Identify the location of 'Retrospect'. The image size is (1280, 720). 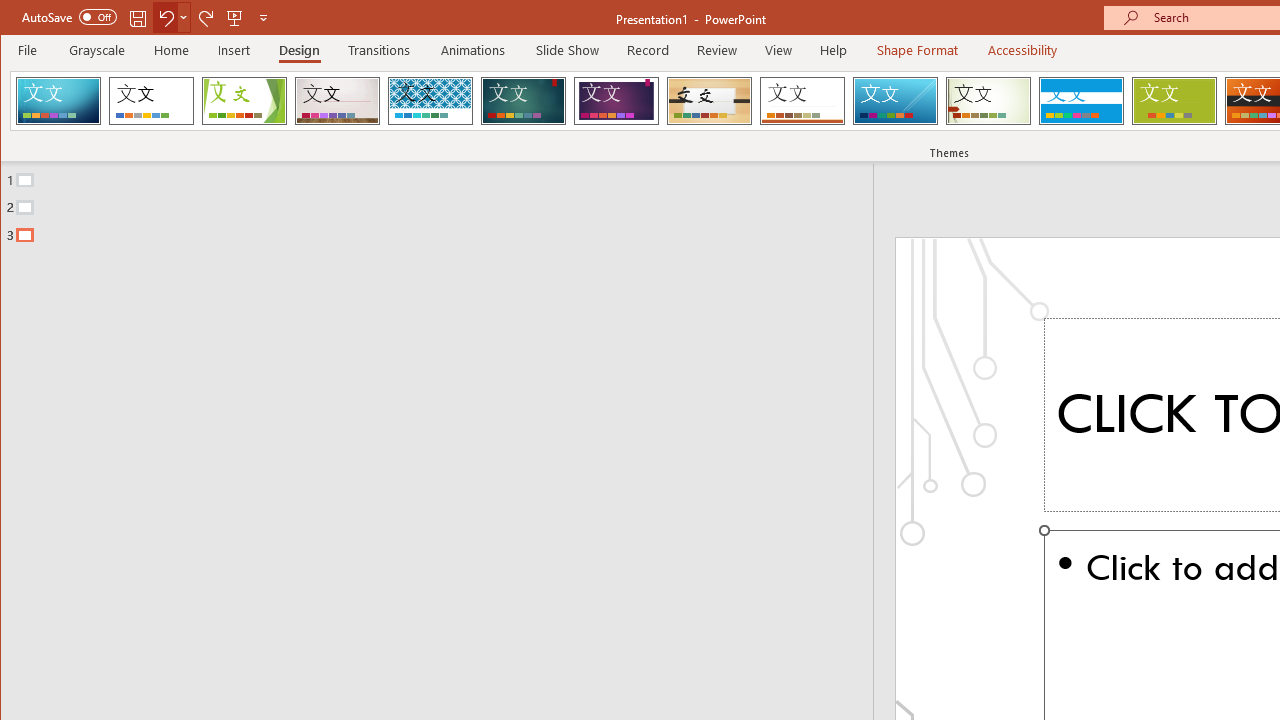
(802, 100).